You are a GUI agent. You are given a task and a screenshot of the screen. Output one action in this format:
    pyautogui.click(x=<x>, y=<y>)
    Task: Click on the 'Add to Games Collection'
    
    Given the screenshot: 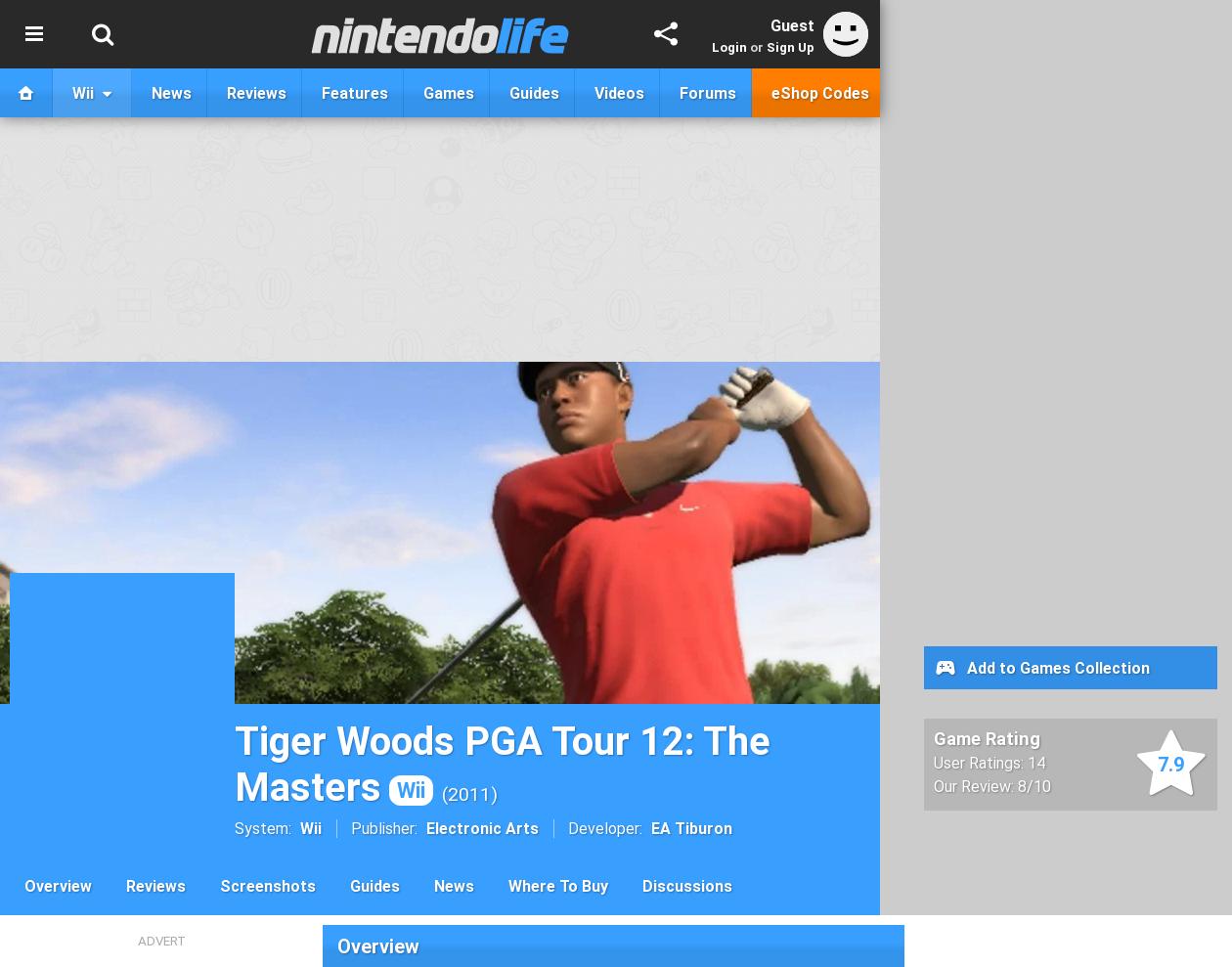 What is the action you would take?
    pyautogui.click(x=1056, y=666)
    